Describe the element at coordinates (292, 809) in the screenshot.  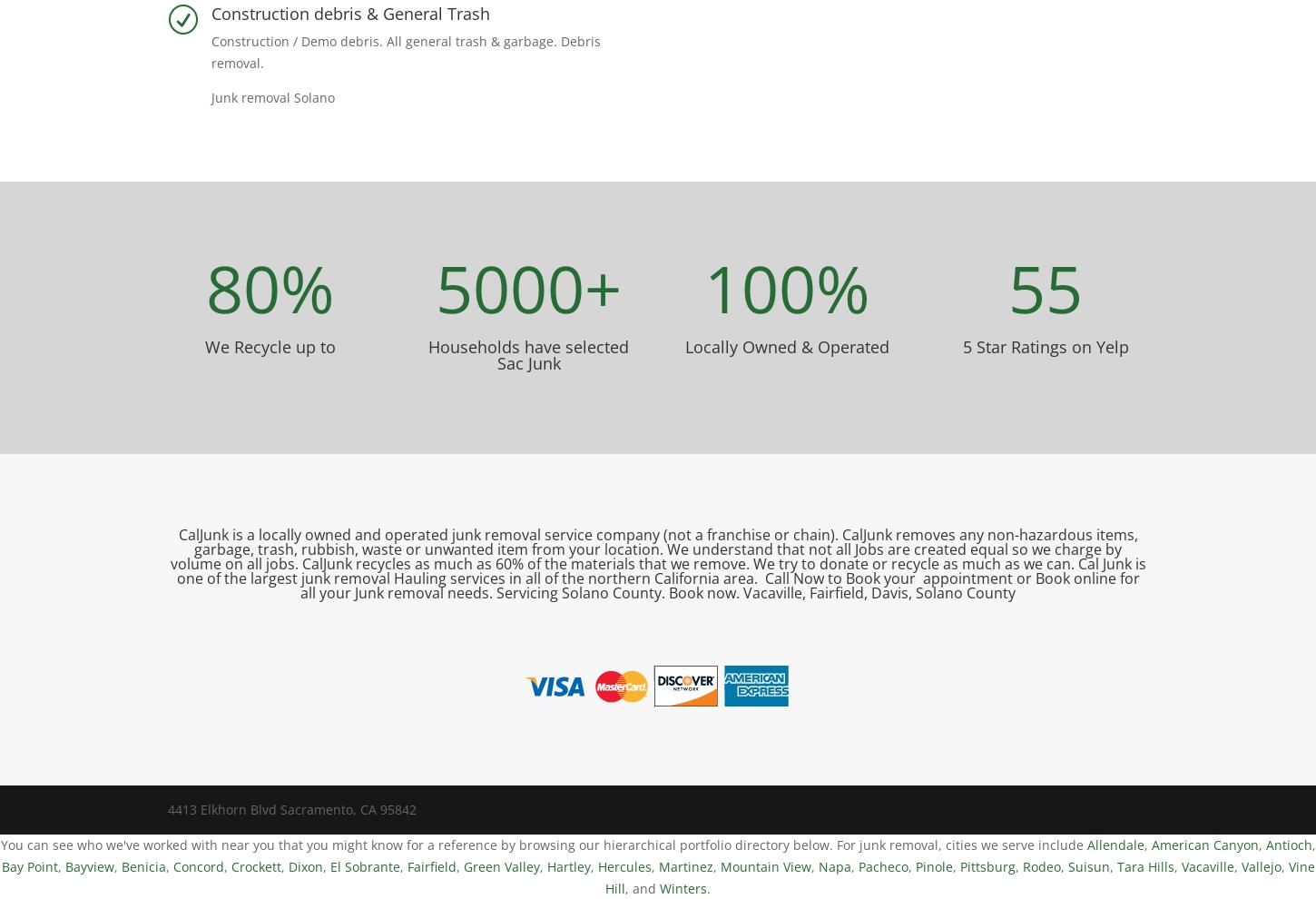
I see `'4413 Elkhorn Blvd
Sacramento, CA 95842'` at that location.